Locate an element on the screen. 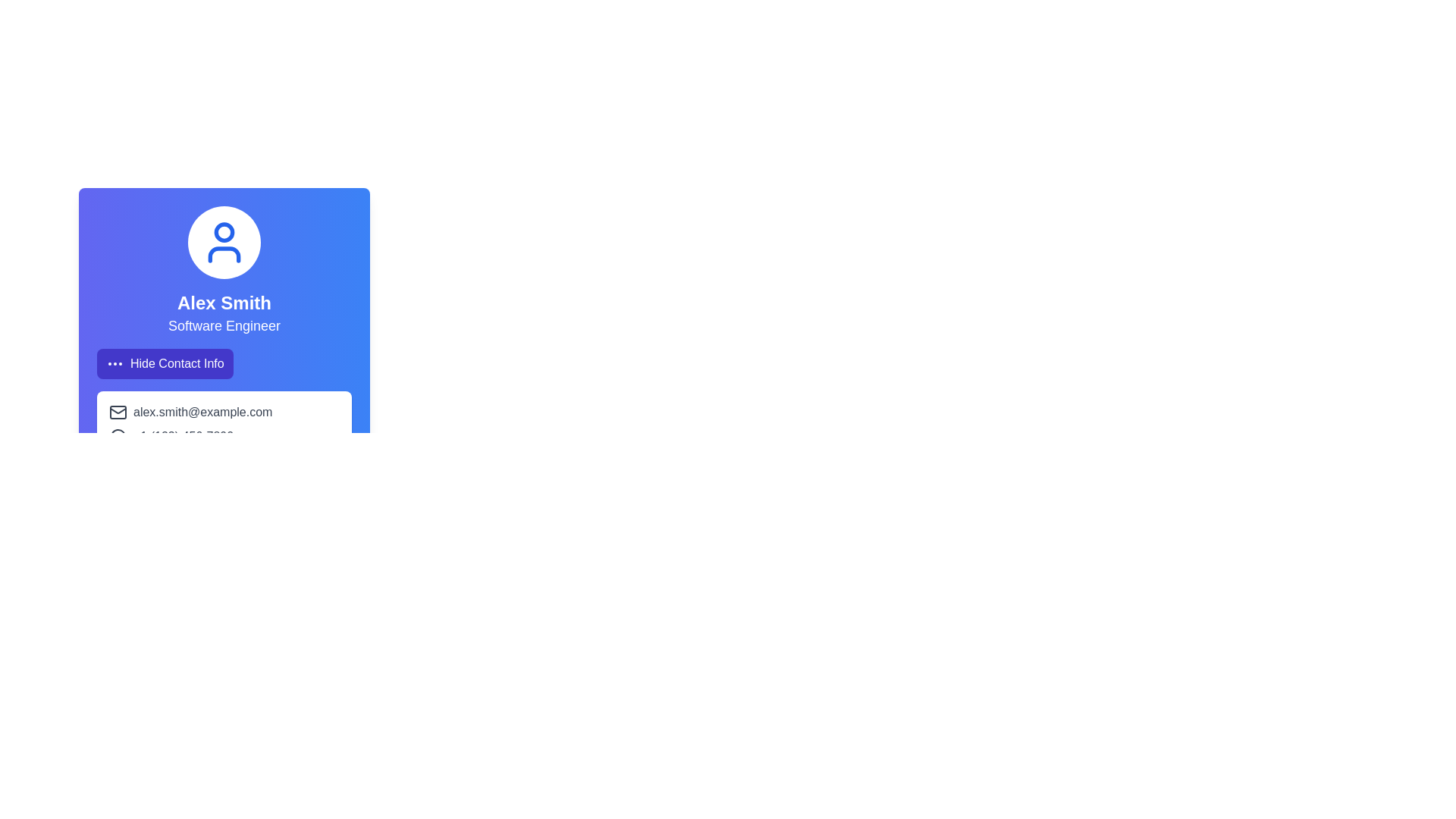 Image resolution: width=1456 pixels, height=819 pixels. the small circular icon with a filled triangular shape inside, located below the email address 'alex.smith@example.com' and above the phone number information is located at coordinates (117, 437).